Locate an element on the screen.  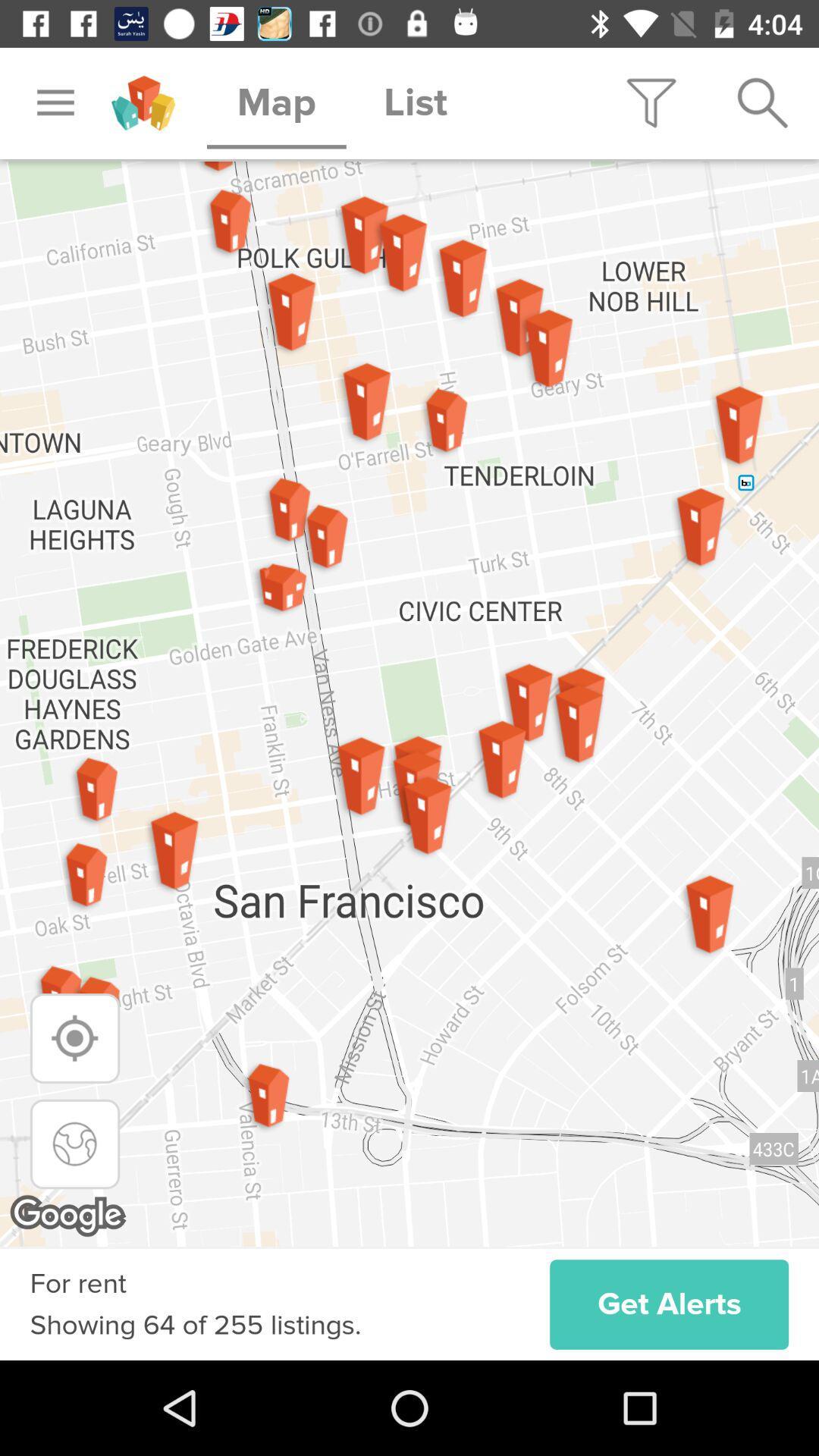
the icon above the get alerts icon is located at coordinates (409, 703).